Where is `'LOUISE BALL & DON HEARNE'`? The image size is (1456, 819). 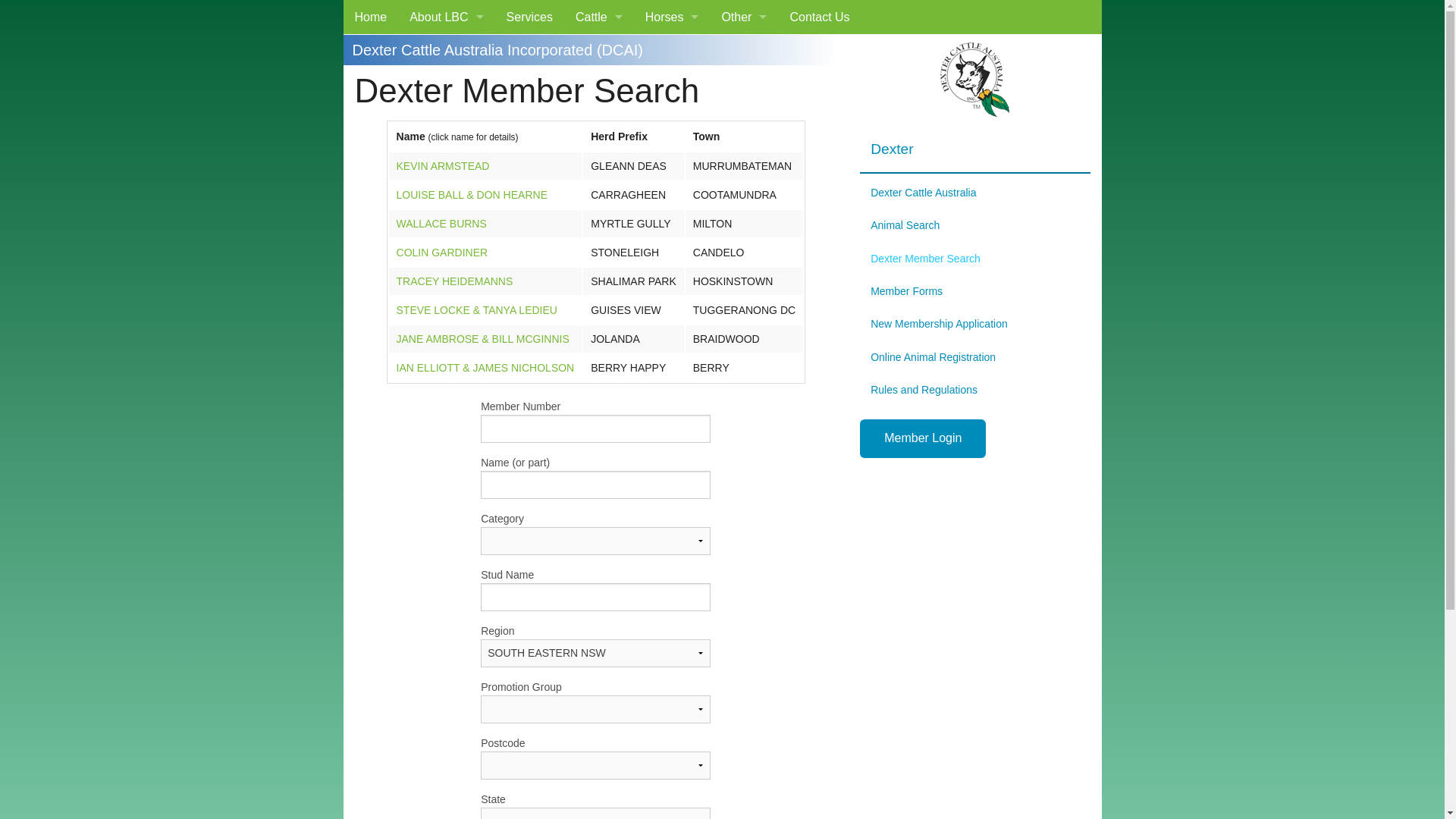
'LOUISE BALL & DON HEARNE' is located at coordinates (397, 194).